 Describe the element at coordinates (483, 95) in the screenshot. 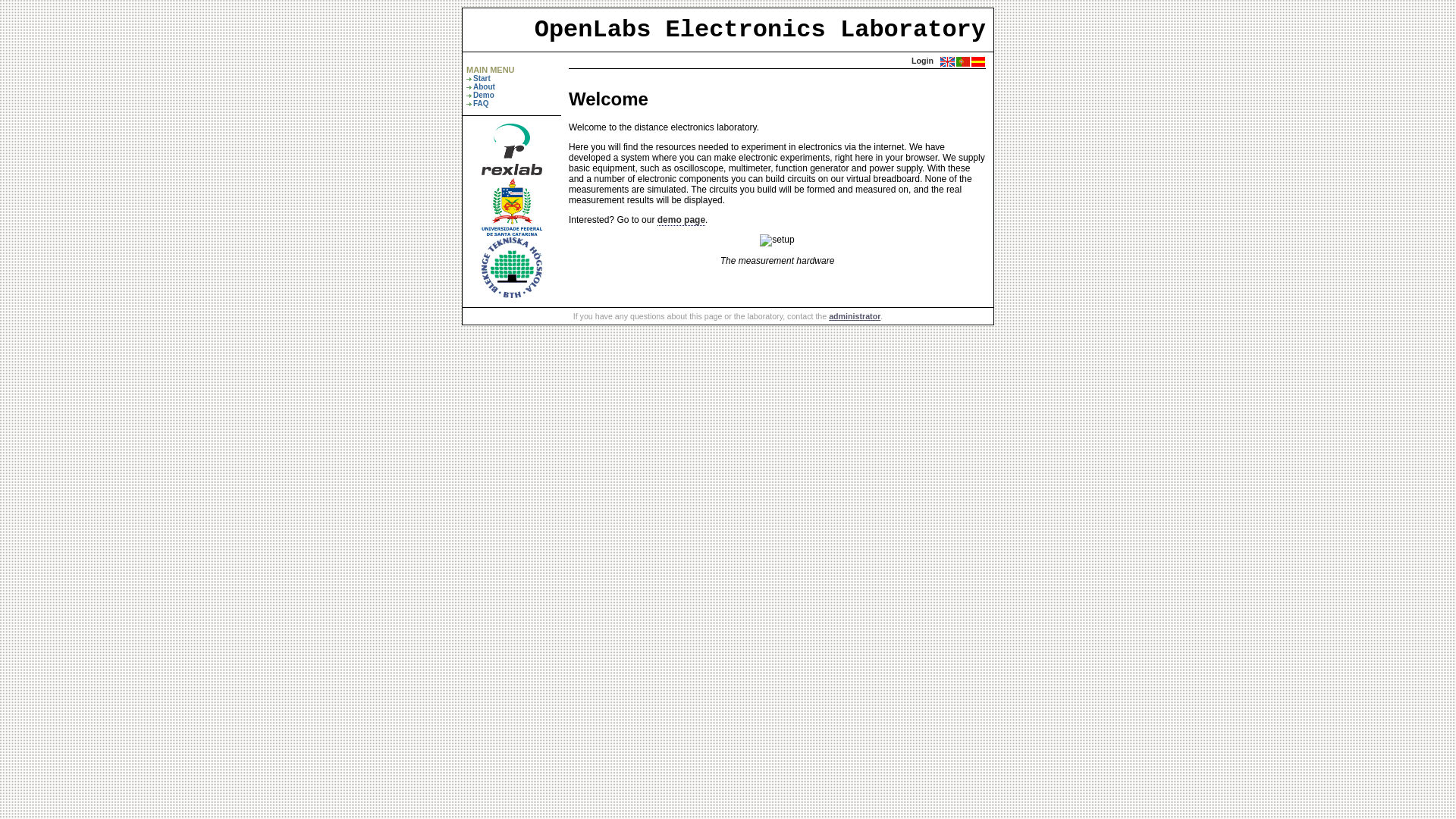

I see `'Demo'` at that location.